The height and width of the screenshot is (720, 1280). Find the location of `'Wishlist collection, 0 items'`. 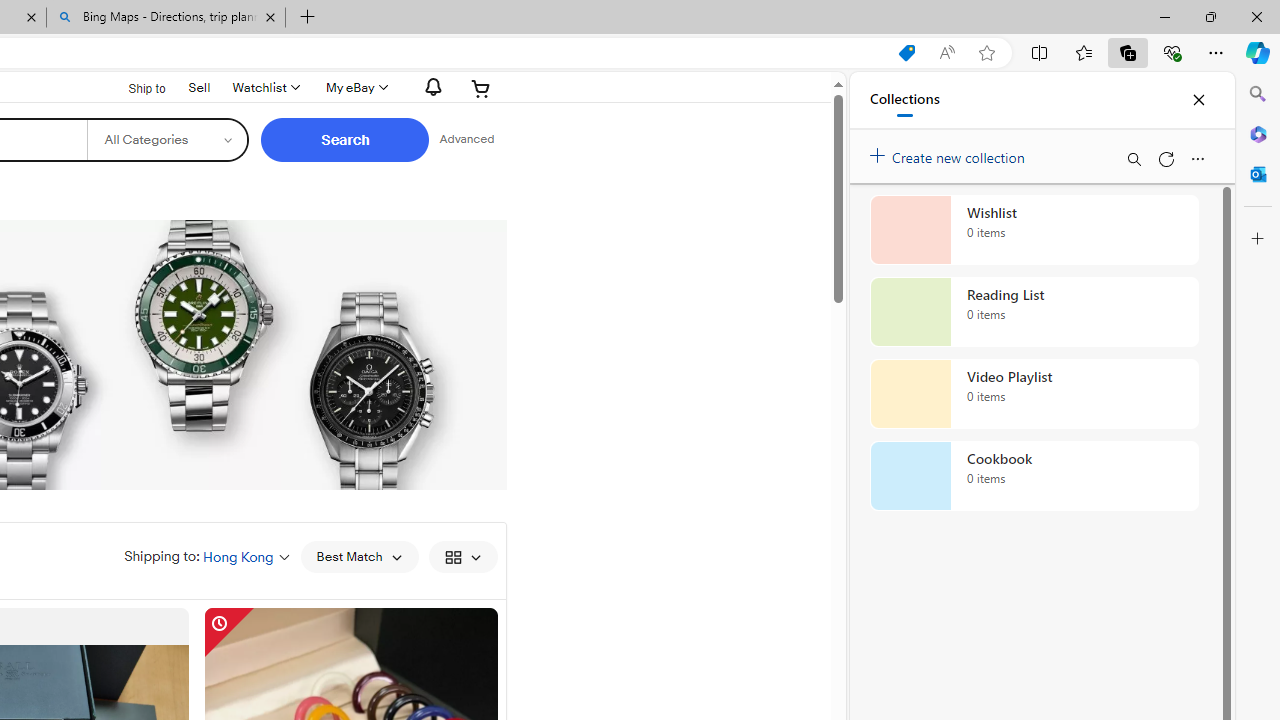

'Wishlist collection, 0 items' is located at coordinates (1034, 229).